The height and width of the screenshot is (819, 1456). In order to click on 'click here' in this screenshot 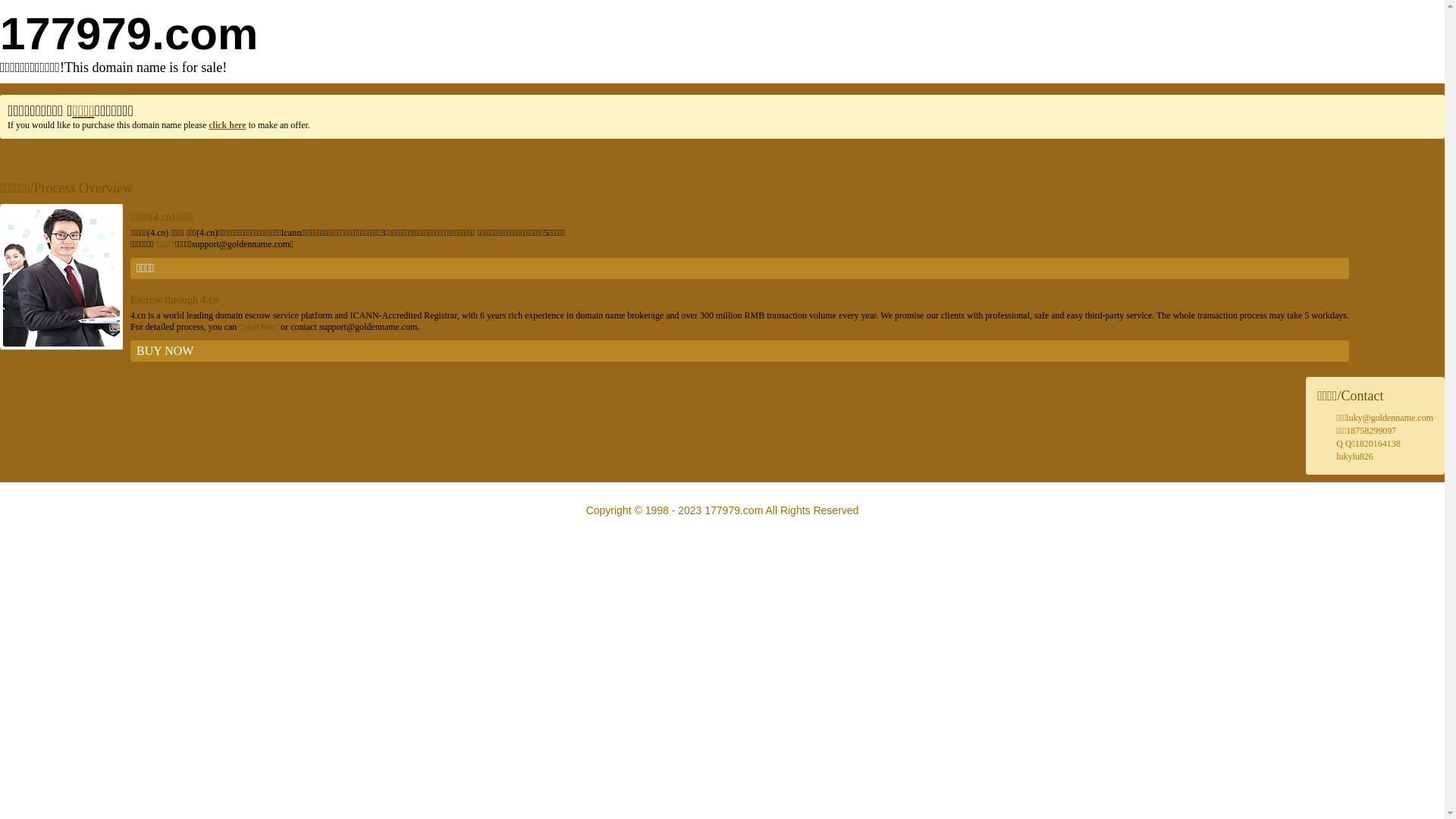, I will do `click(226, 124)`.